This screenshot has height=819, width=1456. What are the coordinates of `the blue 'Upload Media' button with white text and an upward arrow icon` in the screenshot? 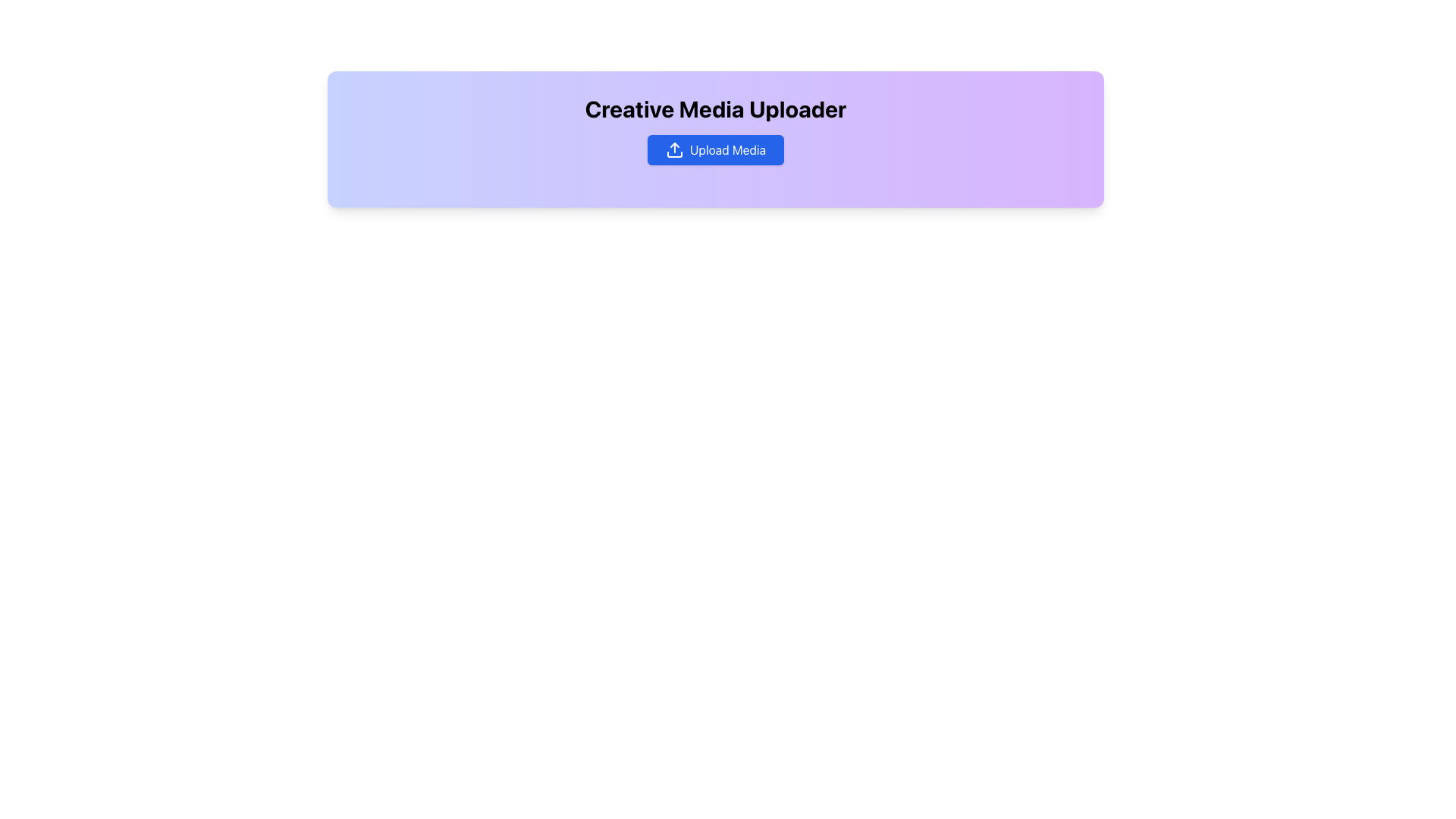 It's located at (715, 149).